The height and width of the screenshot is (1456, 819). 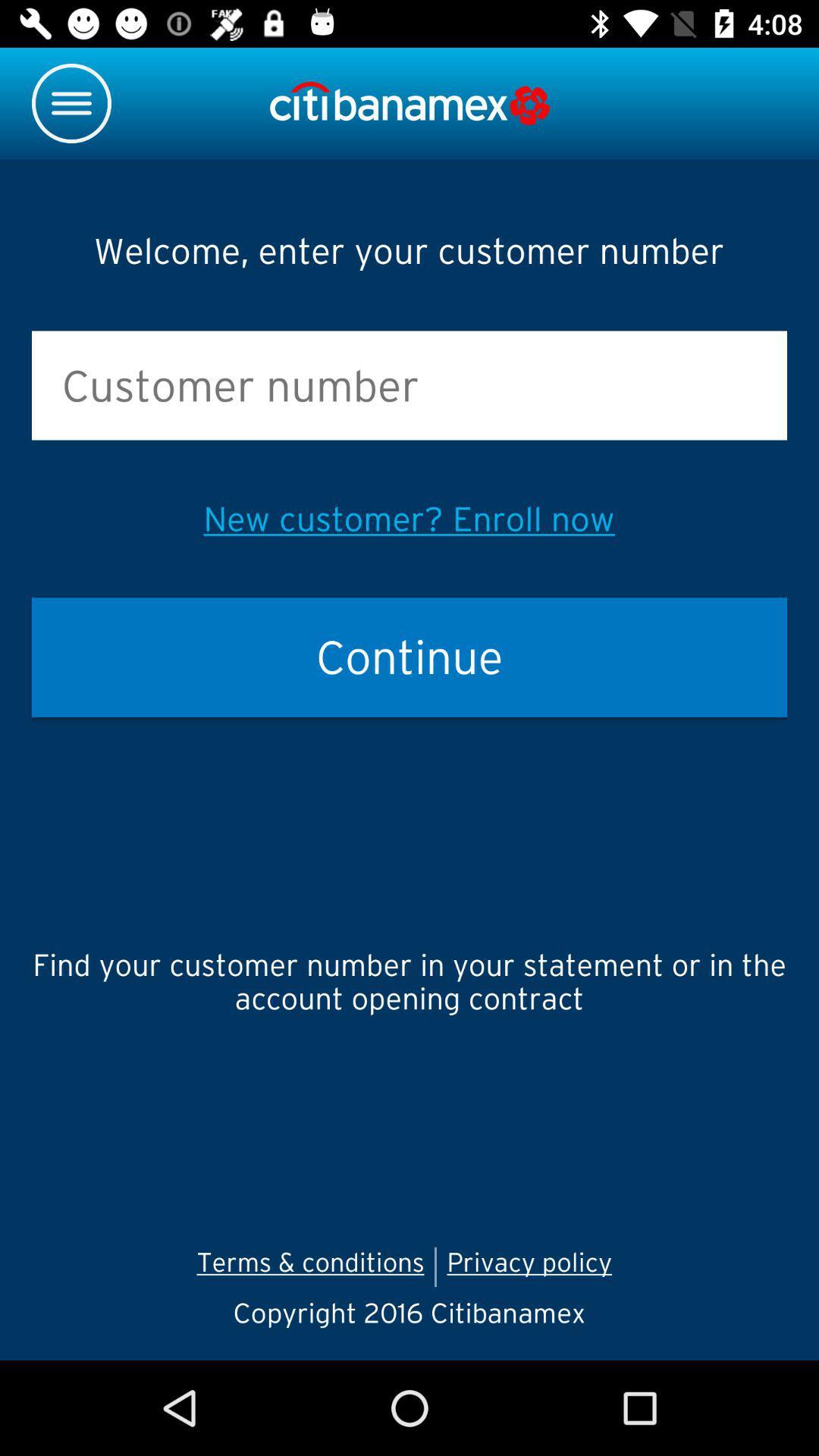 What do you see at coordinates (309, 1266) in the screenshot?
I see `the terms & conditions item` at bounding box center [309, 1266].